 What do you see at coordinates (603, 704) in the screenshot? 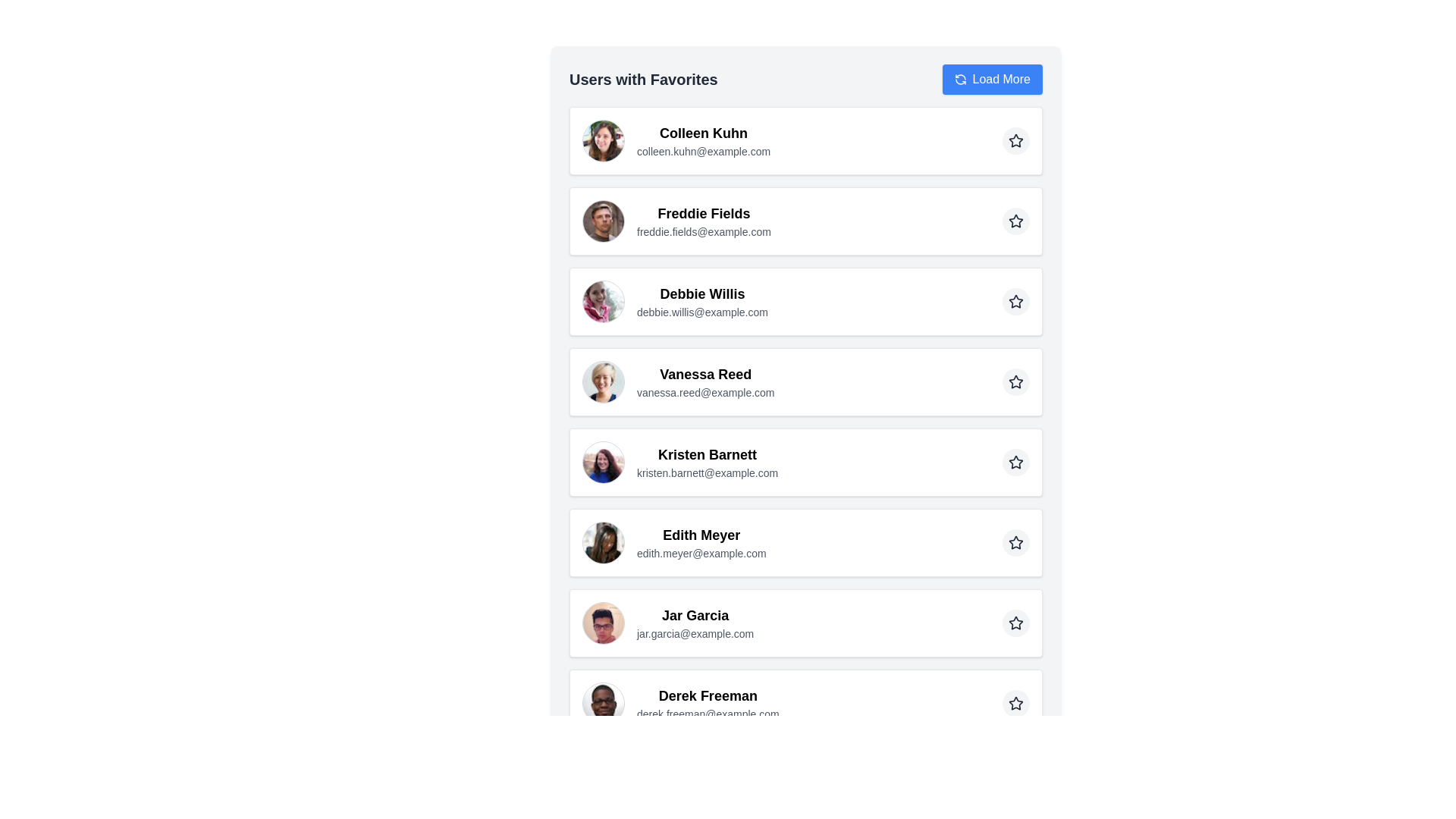
I see `the circular user avatar image for 'Derek Freeman', which is the leftmost element in the user details row` at bounding box center [603, 704].